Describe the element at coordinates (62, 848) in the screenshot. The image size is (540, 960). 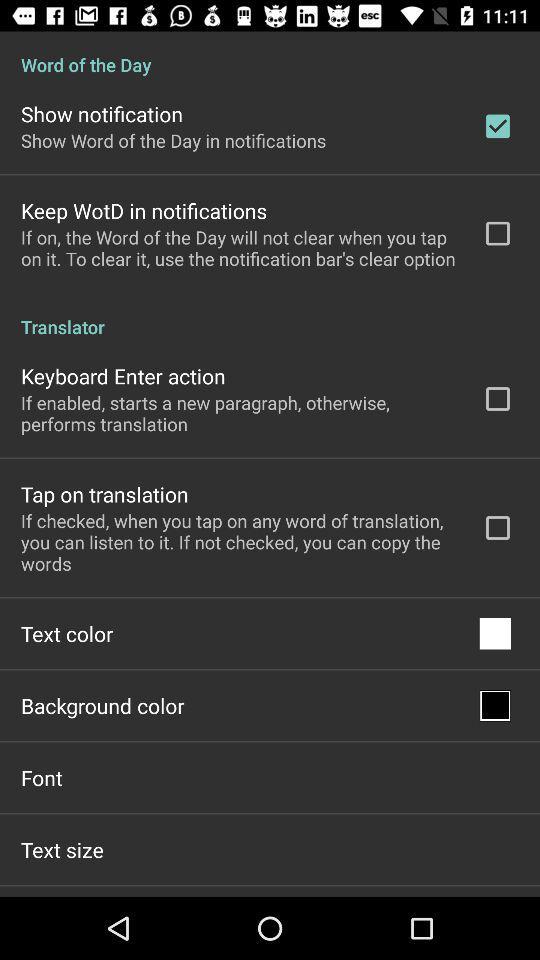
I see `the text size icon` at that location.